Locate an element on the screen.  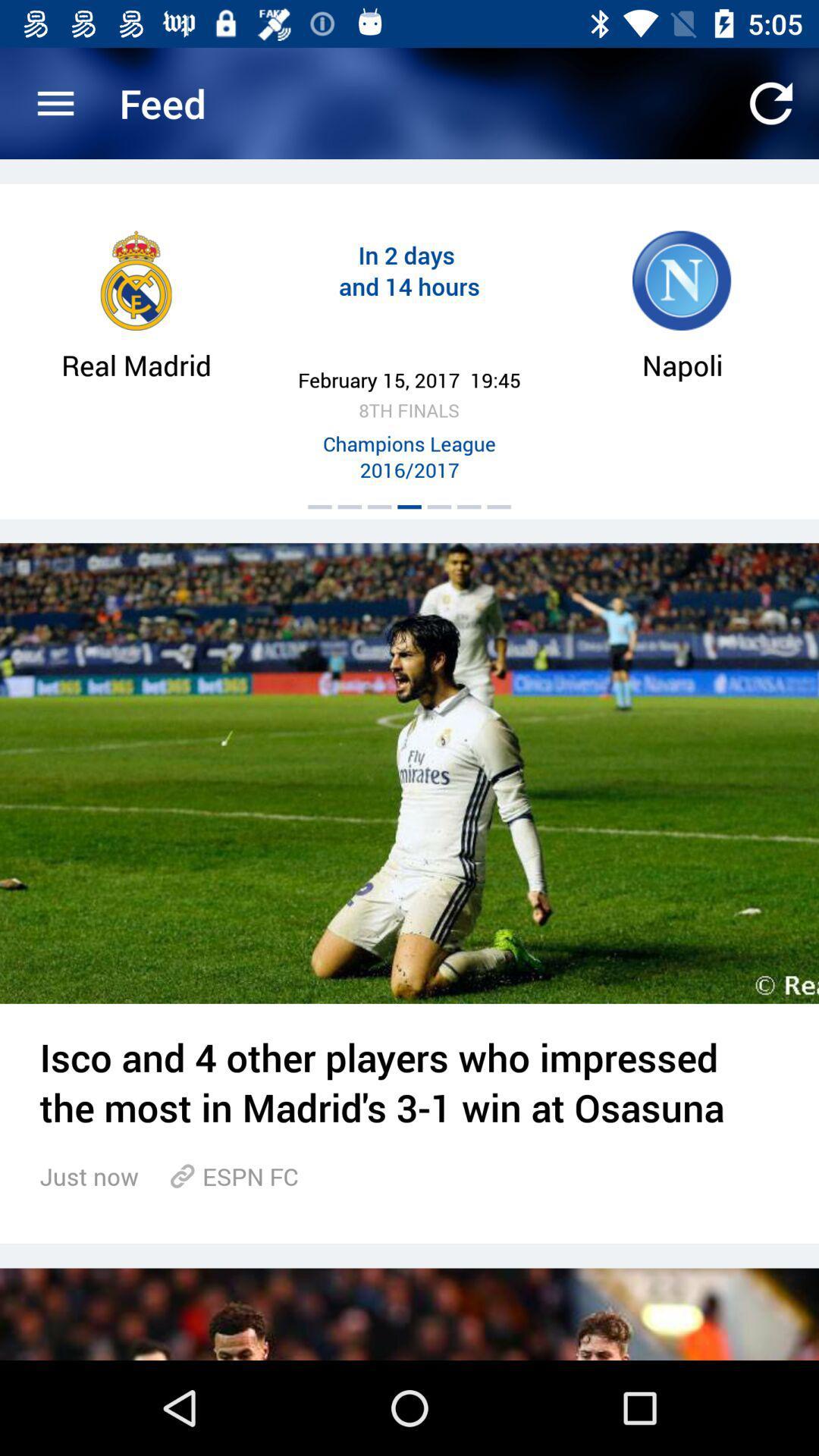
app to the right of the feed item is located at coordinates (771, 102).